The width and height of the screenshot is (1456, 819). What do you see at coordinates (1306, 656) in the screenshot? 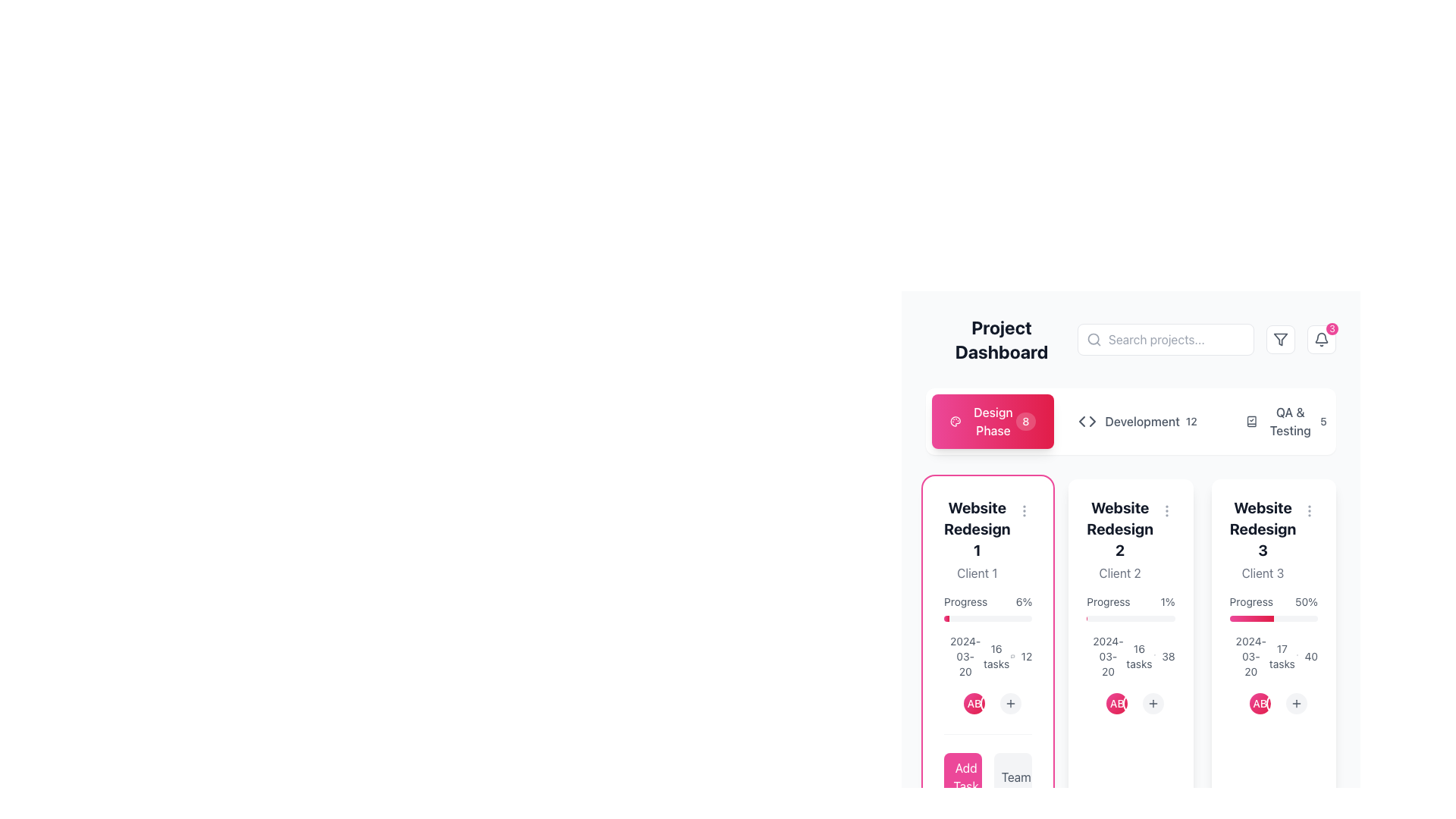
I see `the display text element showing the number '40' next to a speech bubble icon in the 'Website Redesign 3' project dashboard` at bounding box center [1306, 656].